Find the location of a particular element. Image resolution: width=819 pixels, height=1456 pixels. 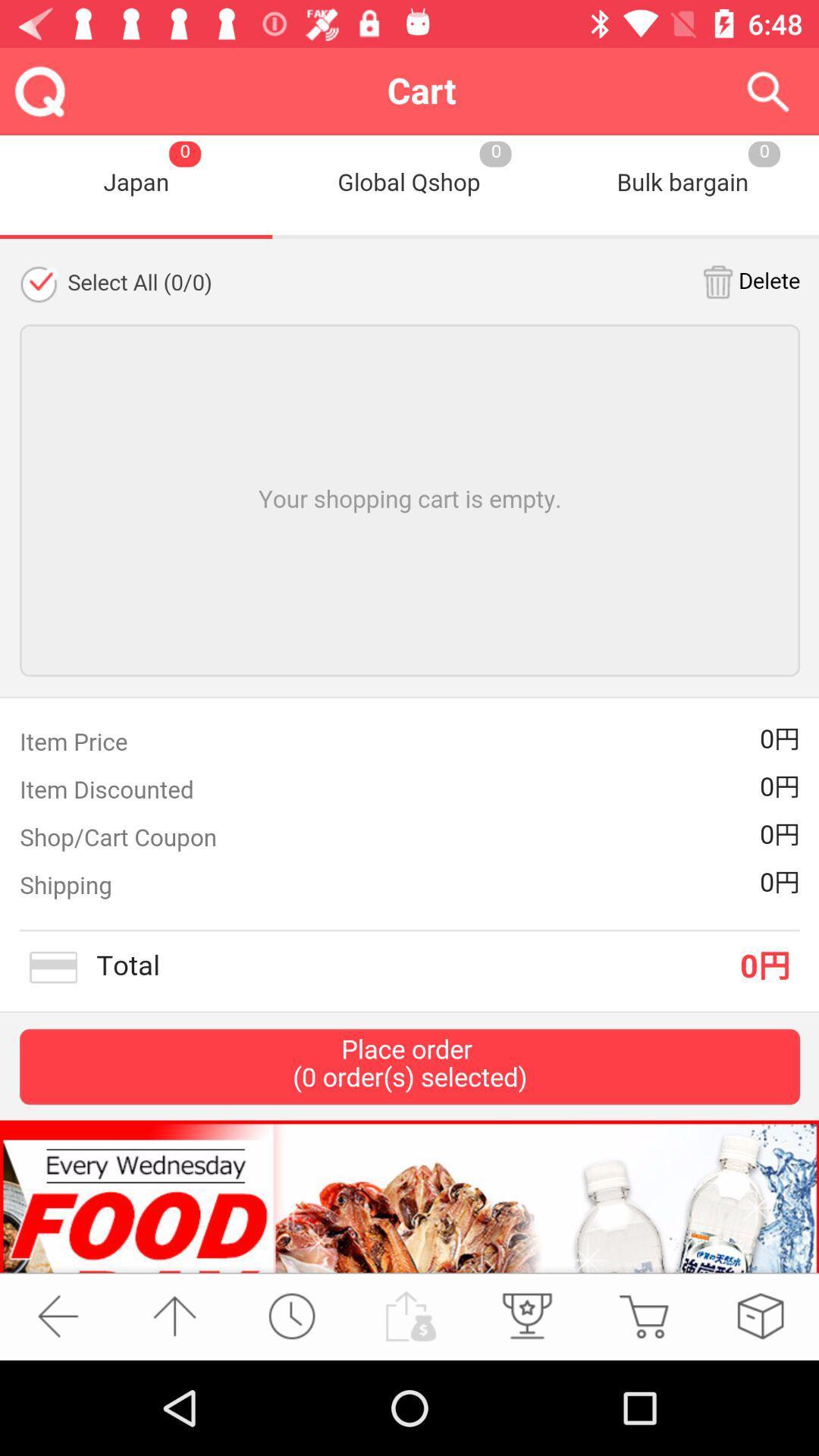

to add into cart is located at coordinates (643, 1316).